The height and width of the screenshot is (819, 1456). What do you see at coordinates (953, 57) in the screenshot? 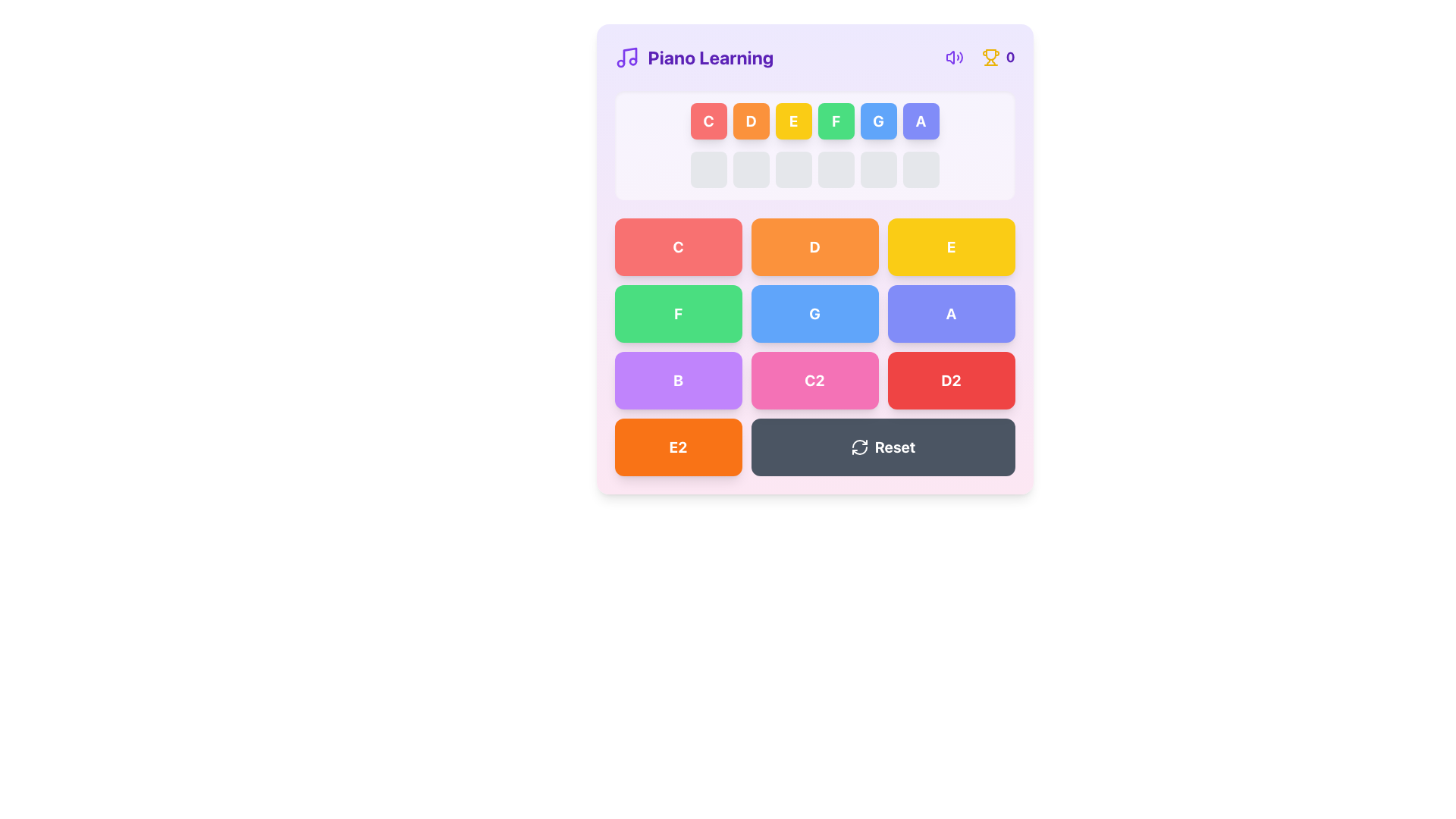
I see `the vibrant violet speaker icon with sound waves` at bounding box center [953, 57].